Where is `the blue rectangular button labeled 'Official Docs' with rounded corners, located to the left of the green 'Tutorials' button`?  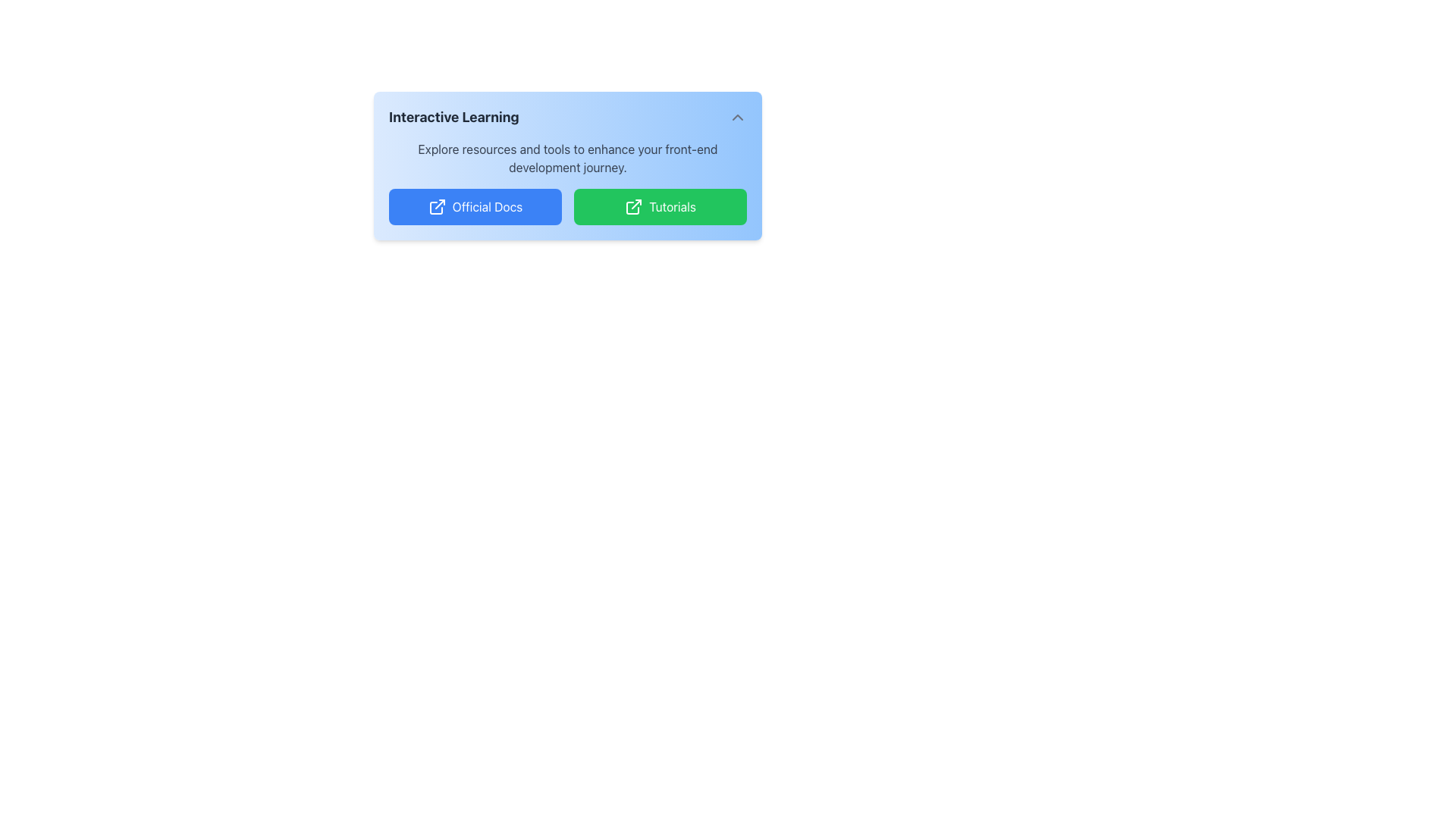
the blue rectangular button labeled 'Official Docs' with rounded corners, located to the left of the green 'Tutorials' button is located at coordinates (475, 207).